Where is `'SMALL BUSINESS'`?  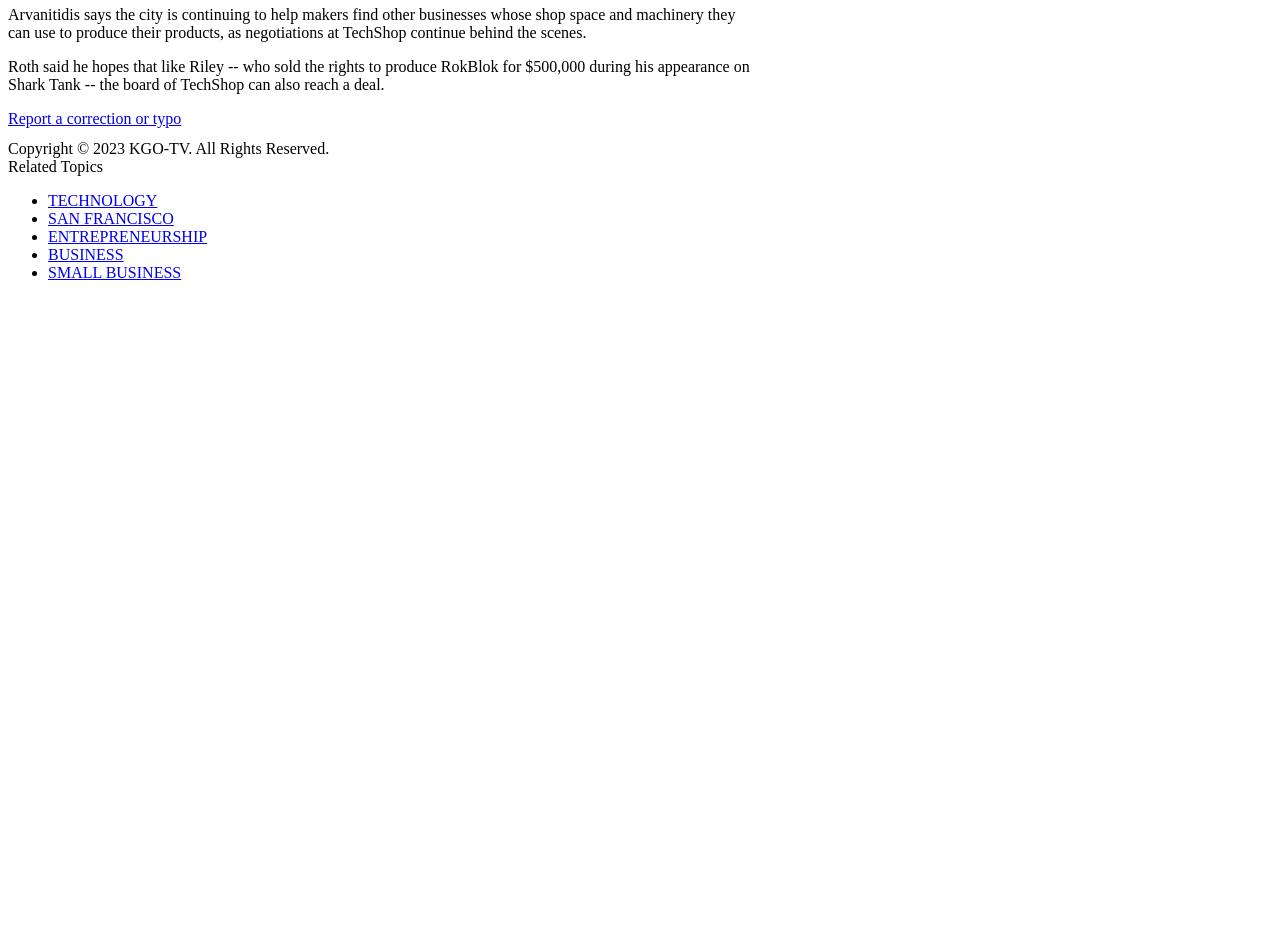 'SMALL BUSINESS' is located at coordinates (114, 271).